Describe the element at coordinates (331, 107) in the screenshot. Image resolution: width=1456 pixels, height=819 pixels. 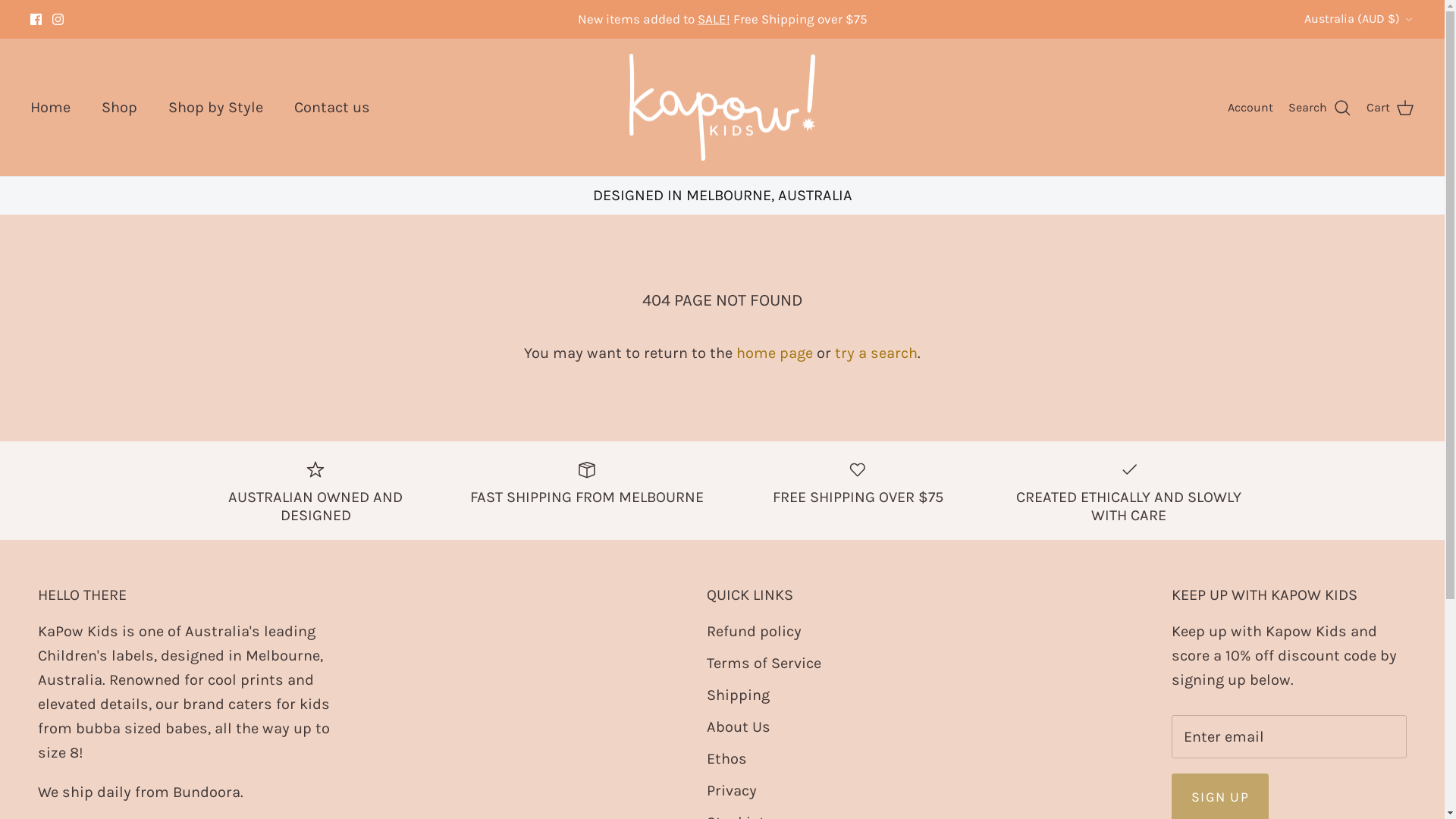
I see `'Contact us'` at that location.